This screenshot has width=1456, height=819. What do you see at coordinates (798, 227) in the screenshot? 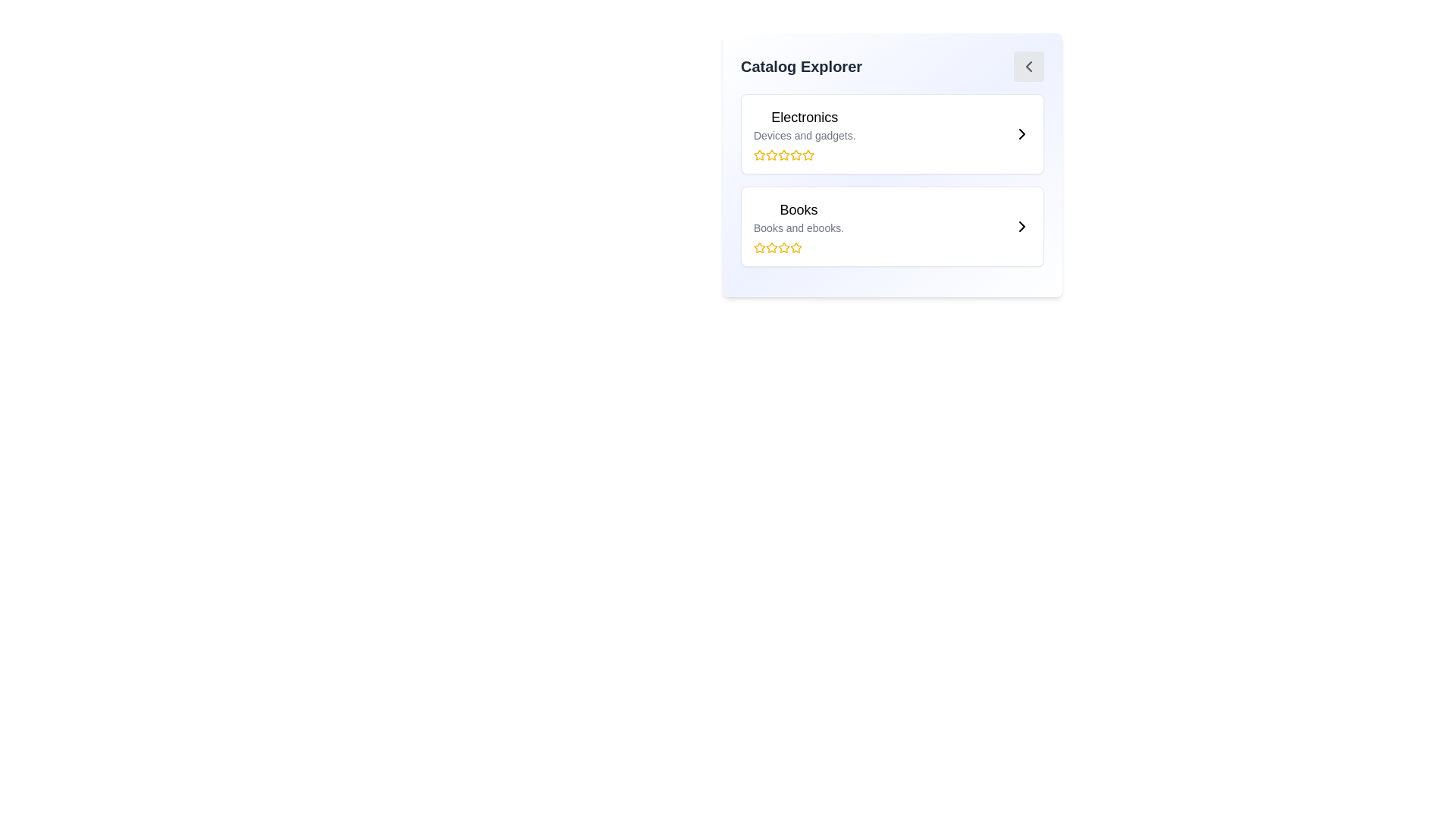
I see `the text label providing a brief description about the 'Books' category, located within the second card of the 'Catalog Explorer' section, below the title 'Books'` at bounding box center [798, 227].